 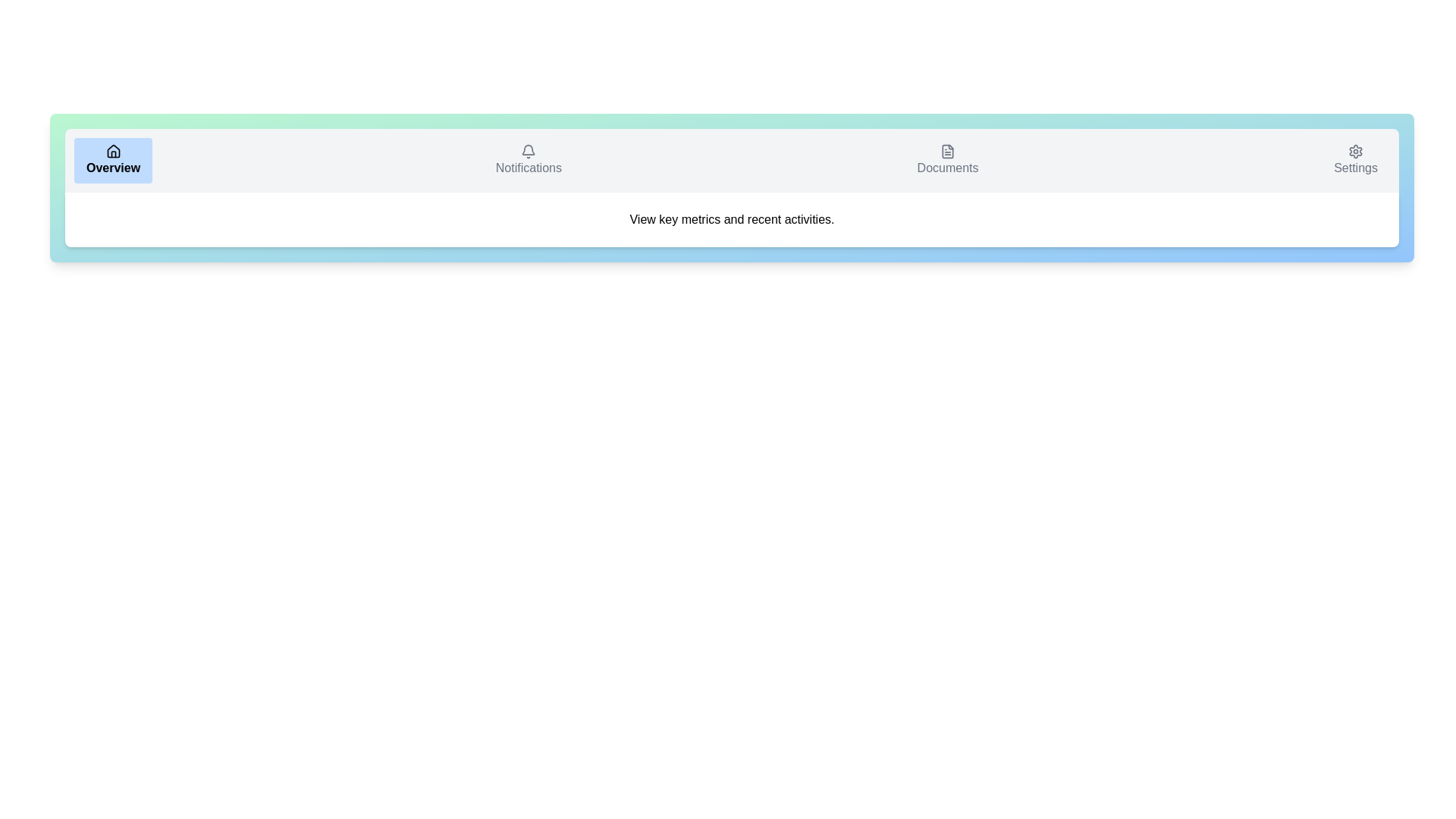 What do you see at coordinates (946, 161) in the screenshot?
I see `the Documents tab to view its hover state` at bounding box center [946, 161].